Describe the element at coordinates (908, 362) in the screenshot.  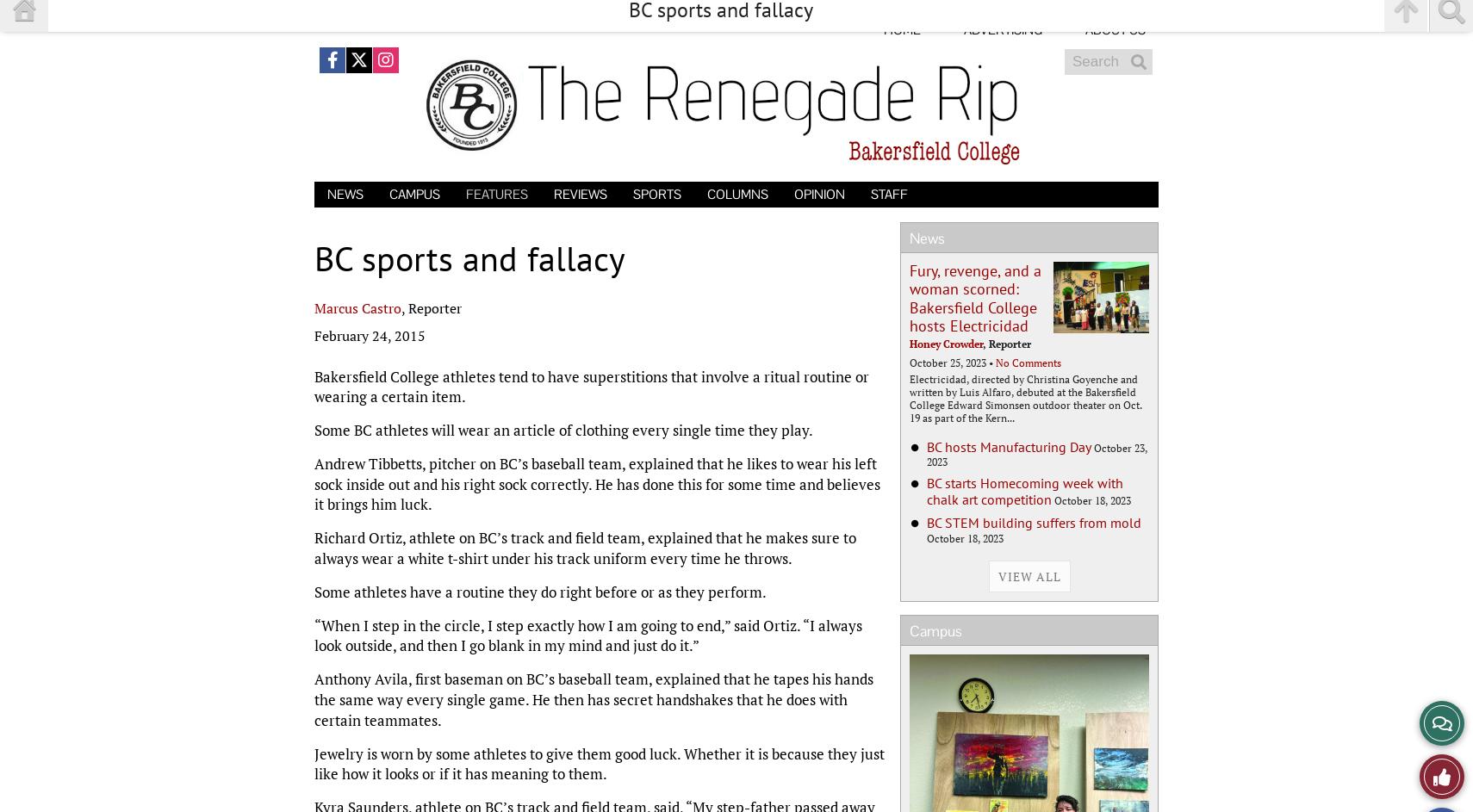
I see `'October 25, 2023'` at that location.